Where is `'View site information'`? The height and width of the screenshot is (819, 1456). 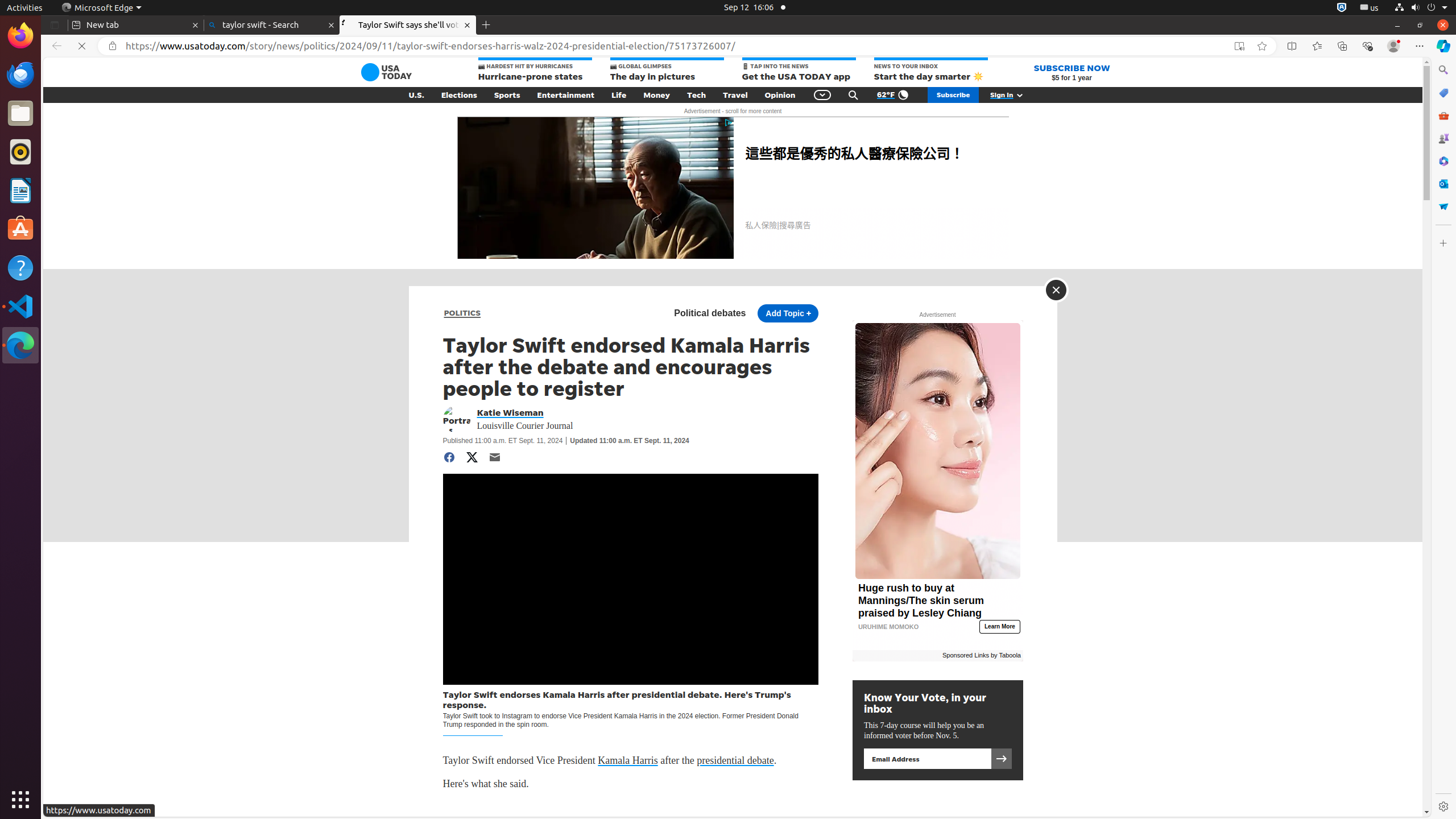 'View site information' is located at coordinates (111, 45).